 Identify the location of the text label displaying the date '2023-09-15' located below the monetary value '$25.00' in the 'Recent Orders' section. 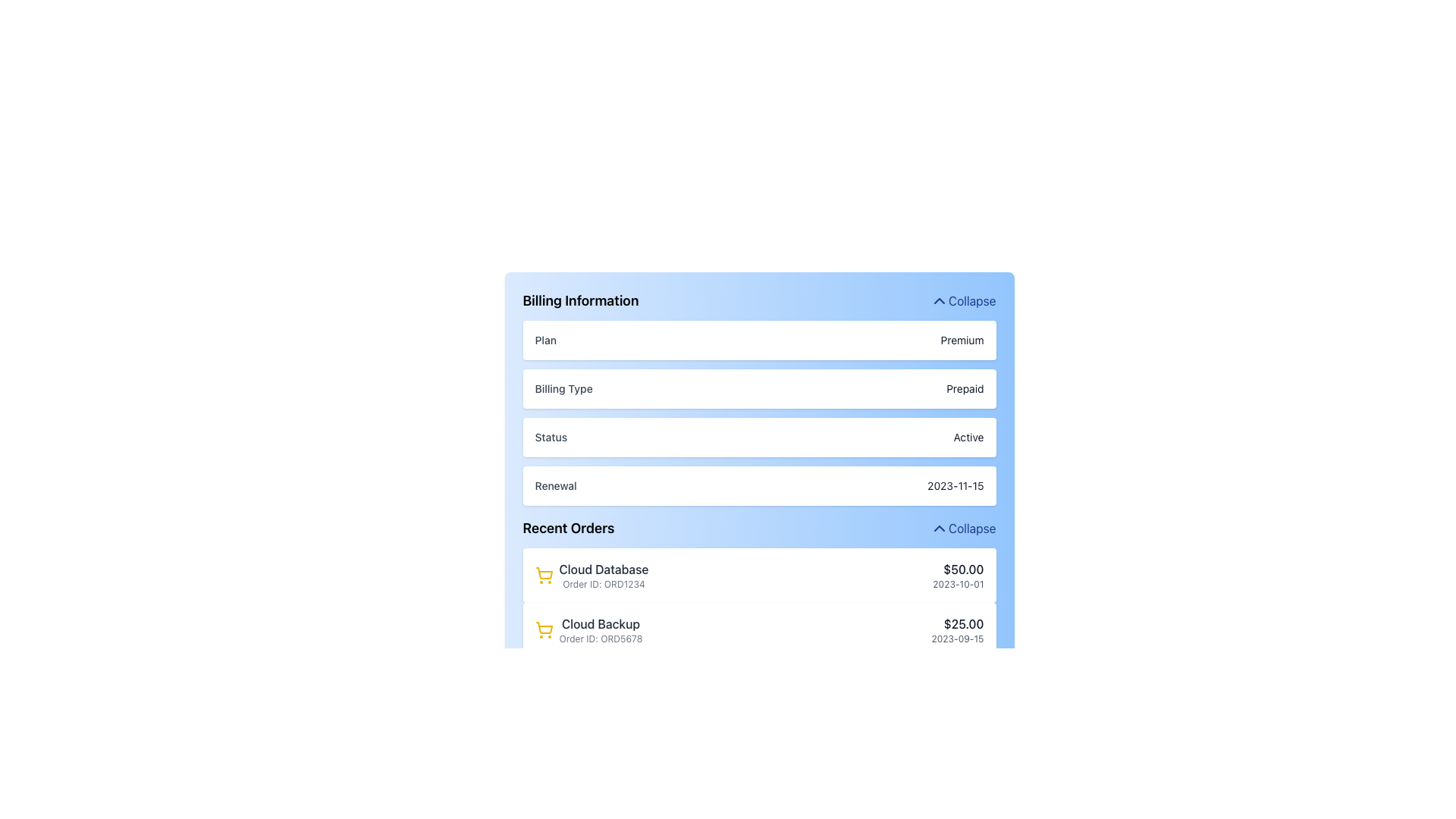
(956, 639).